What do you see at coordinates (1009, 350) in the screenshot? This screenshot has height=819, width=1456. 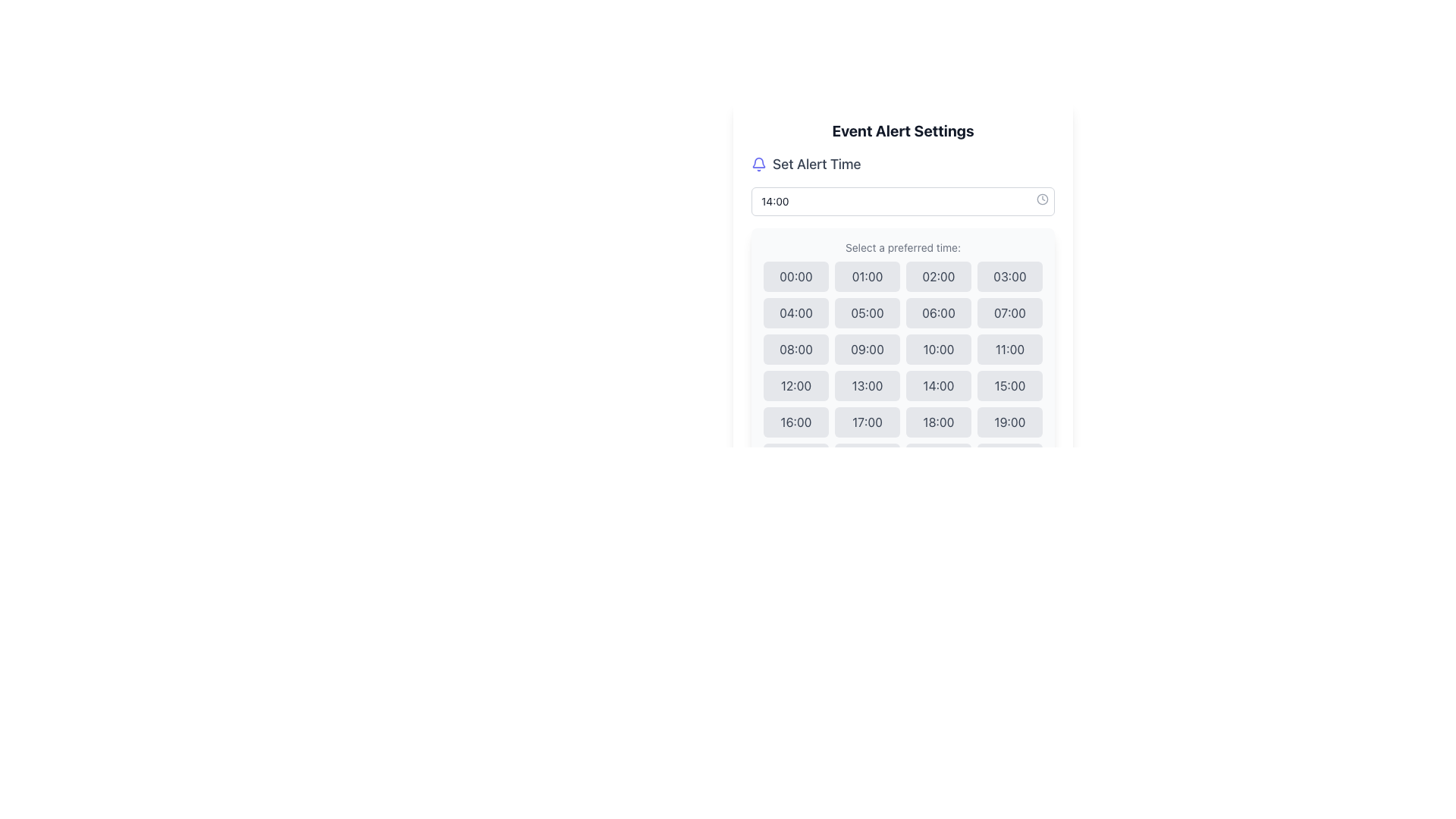 I see `the button labeled '11:00', which is a rectangular button with rounded corners in a gray background` at bounding box center [1009, 350].